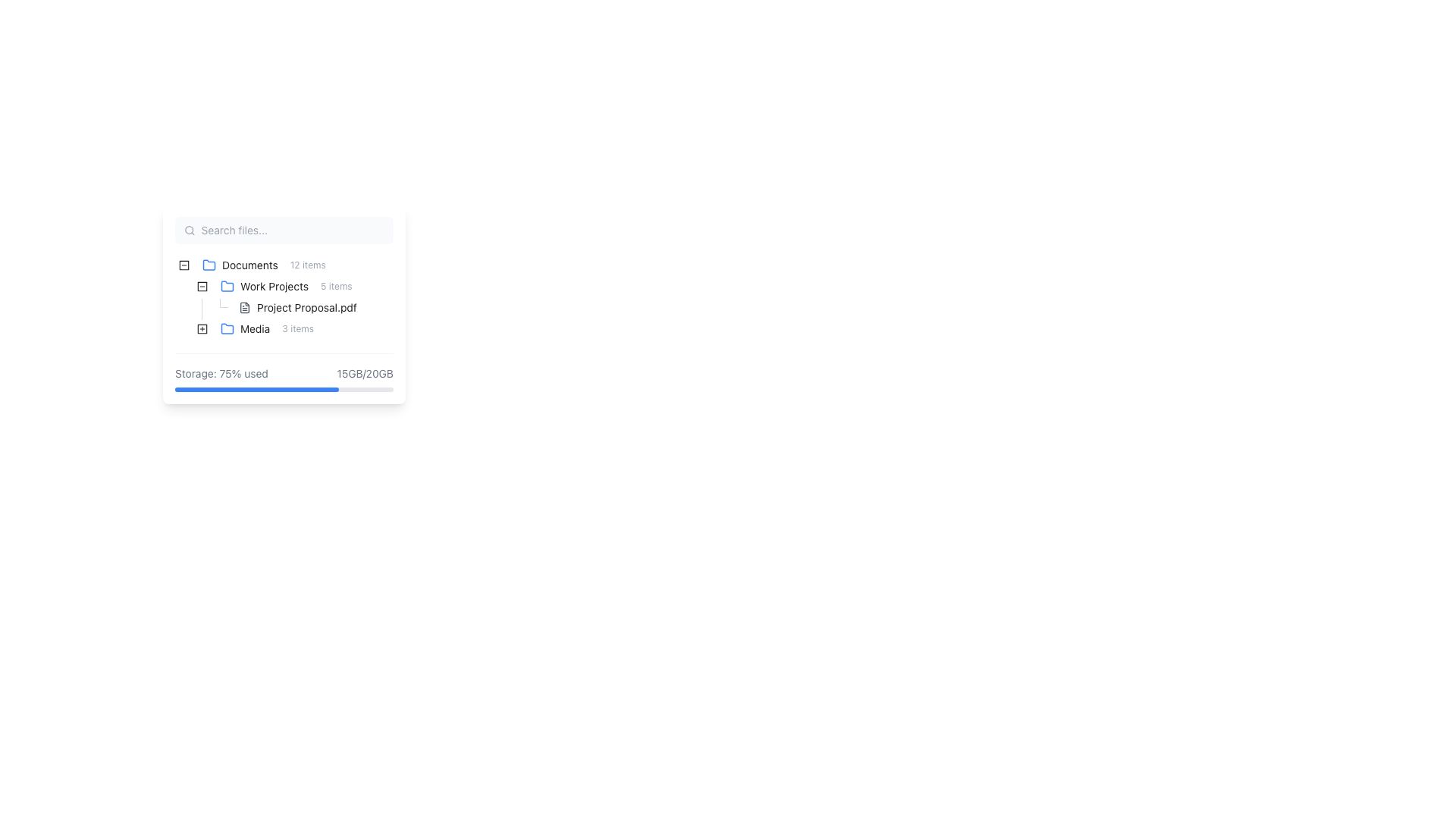 This screenshot has height=819, width=1456. What do you see at coordinates (220, 307) in the screenshot?
I see `the Indicator for the leaf node of 'Project Proposal.pdf' in the tree view under 'Work Projects'` at bounding box center [220, 307].